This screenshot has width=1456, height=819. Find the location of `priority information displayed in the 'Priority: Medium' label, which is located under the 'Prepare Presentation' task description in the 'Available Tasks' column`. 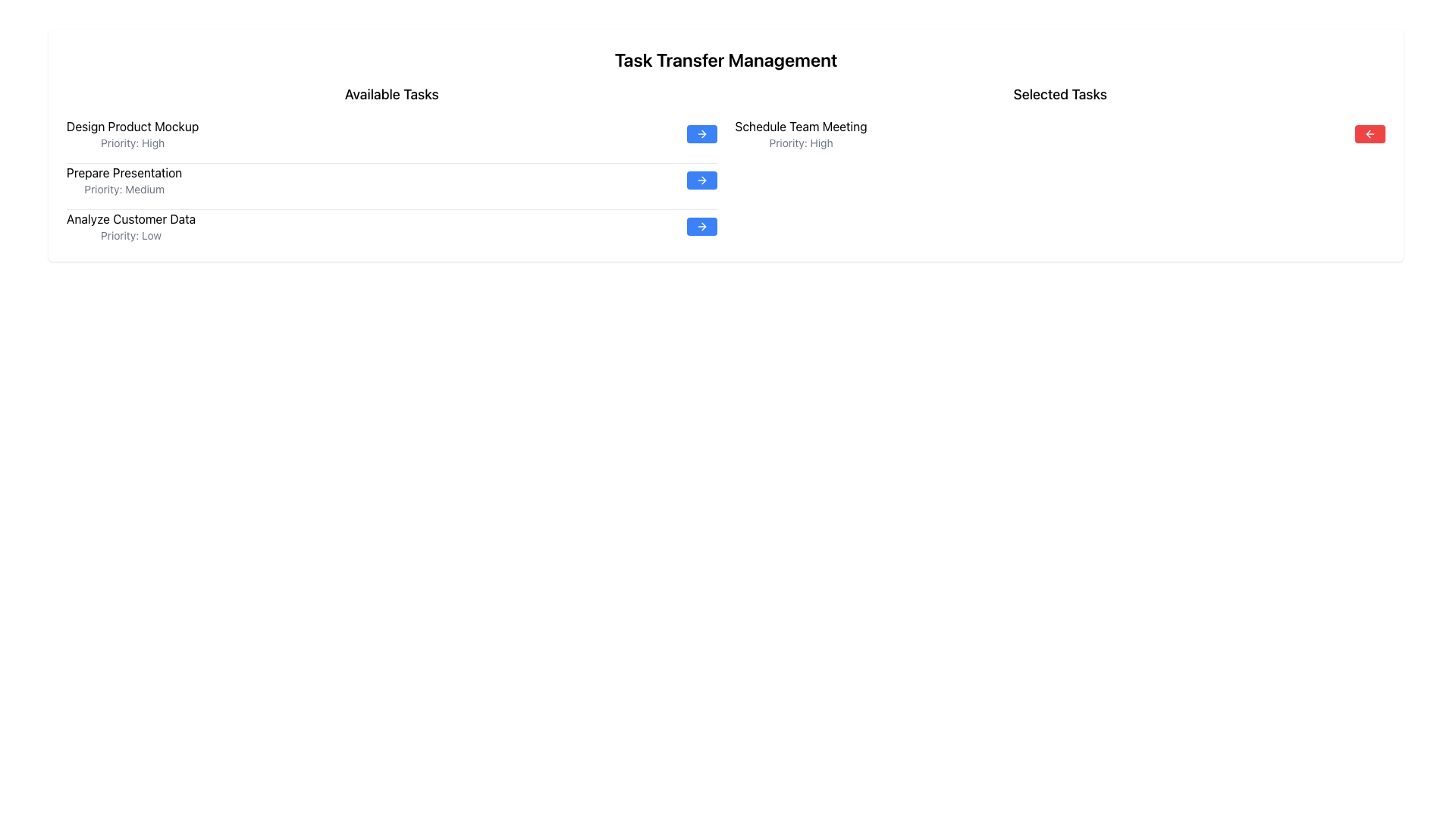

priority information displayed in the 'Priority: Medium' label, which is located under the 'Prepare Presentation' task description in the 'Available Tasks' column is located at coordinates (124, 189).